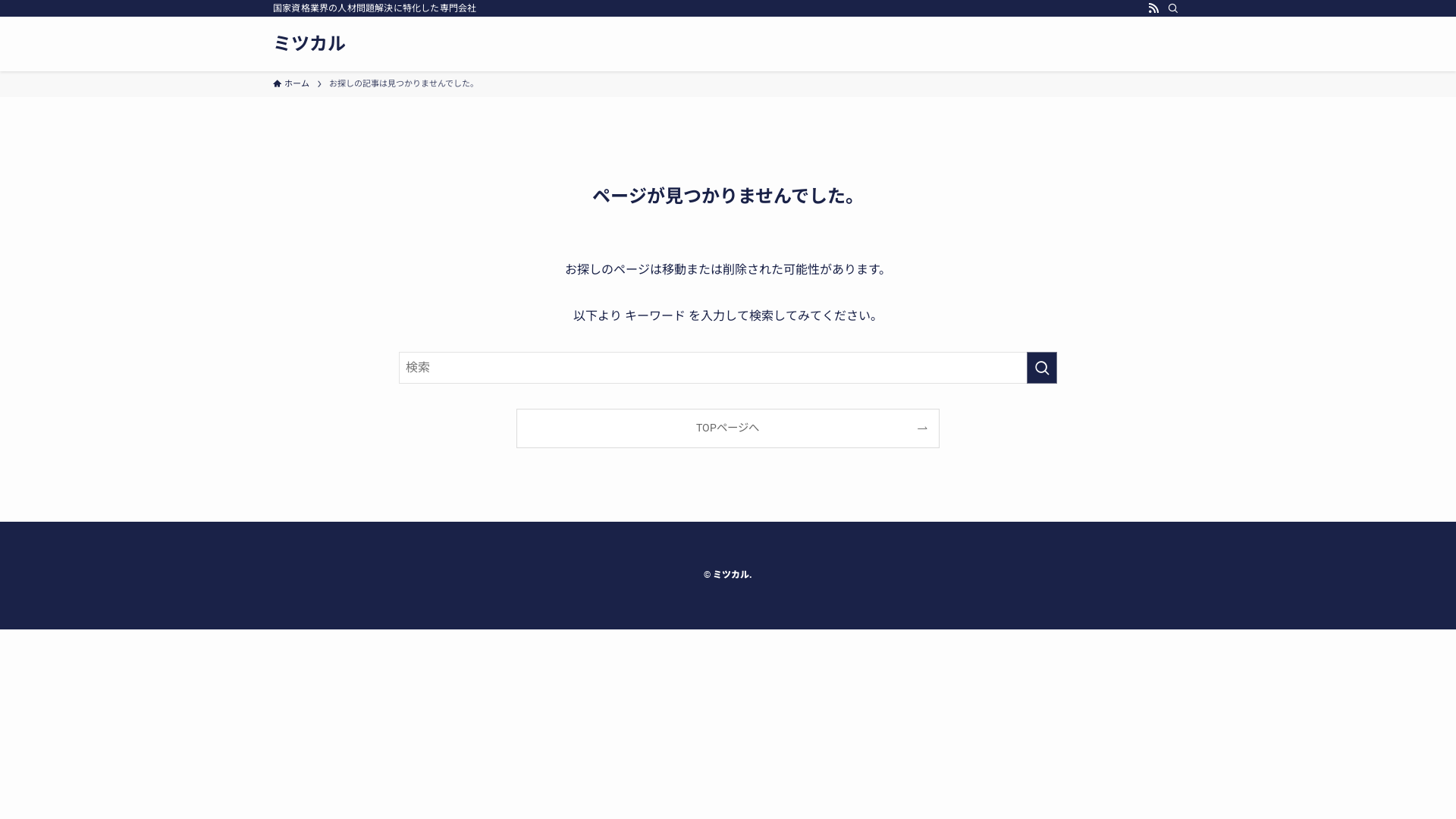  Describe the element at coordinates (1040, 368) in the screenshot. I see `'search'` at that location.